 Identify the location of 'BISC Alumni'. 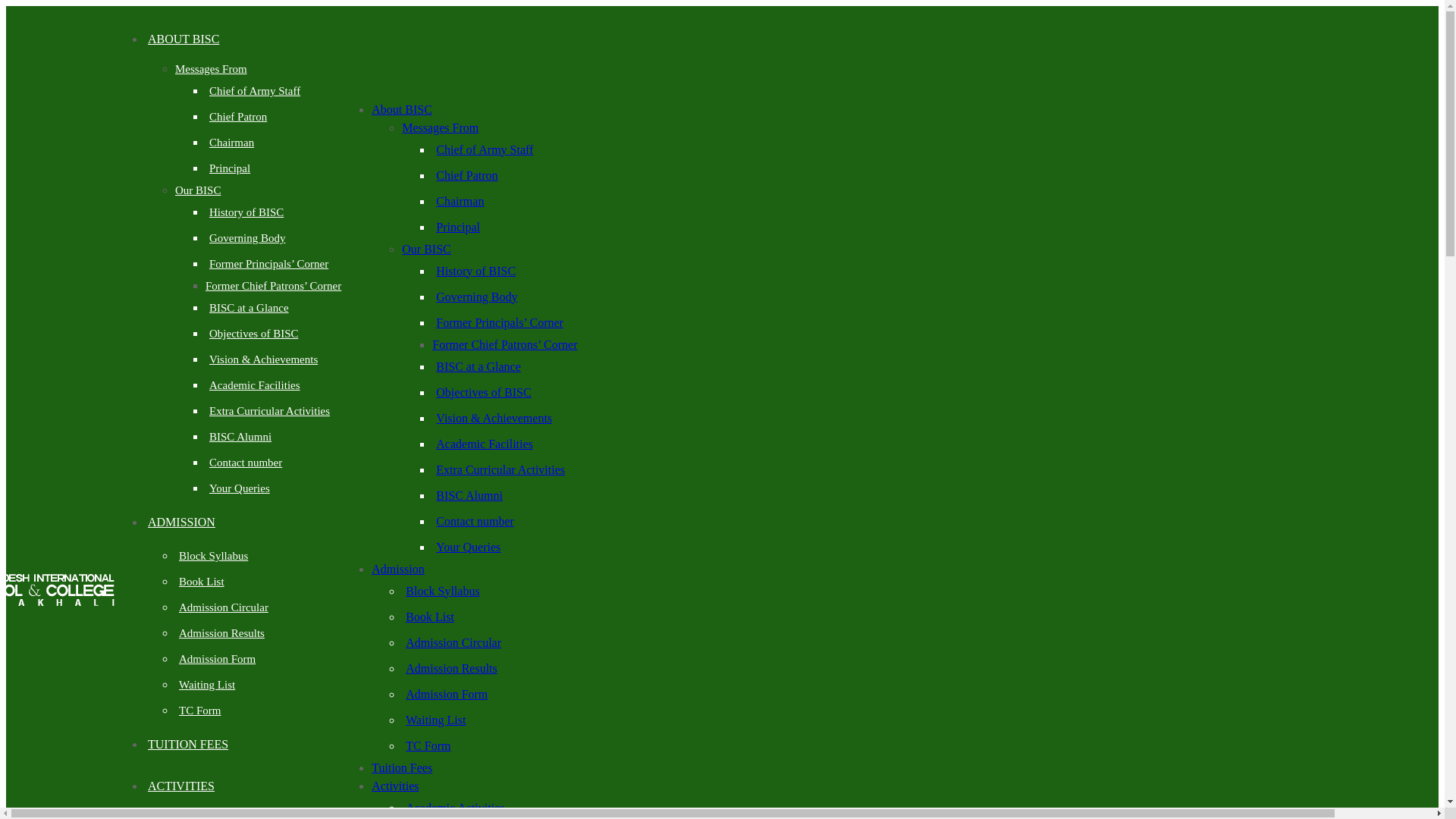
(208, 436).